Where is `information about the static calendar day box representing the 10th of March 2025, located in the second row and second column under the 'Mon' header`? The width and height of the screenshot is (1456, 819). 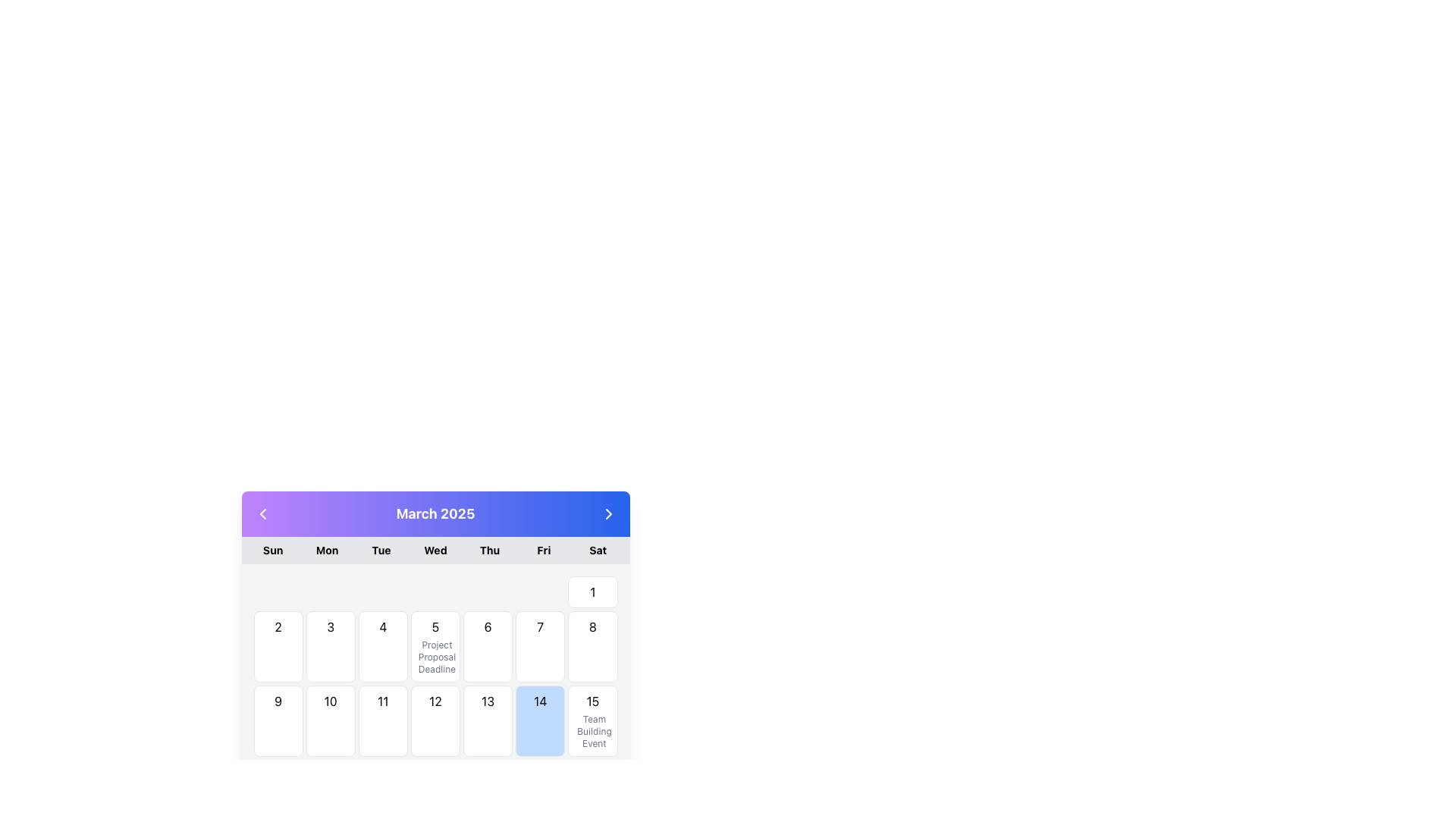
information about the static calendar day box representing the 10th of March 2025, located in the second row and second column under the 'Mon' header is located at coordinates (330, 720).